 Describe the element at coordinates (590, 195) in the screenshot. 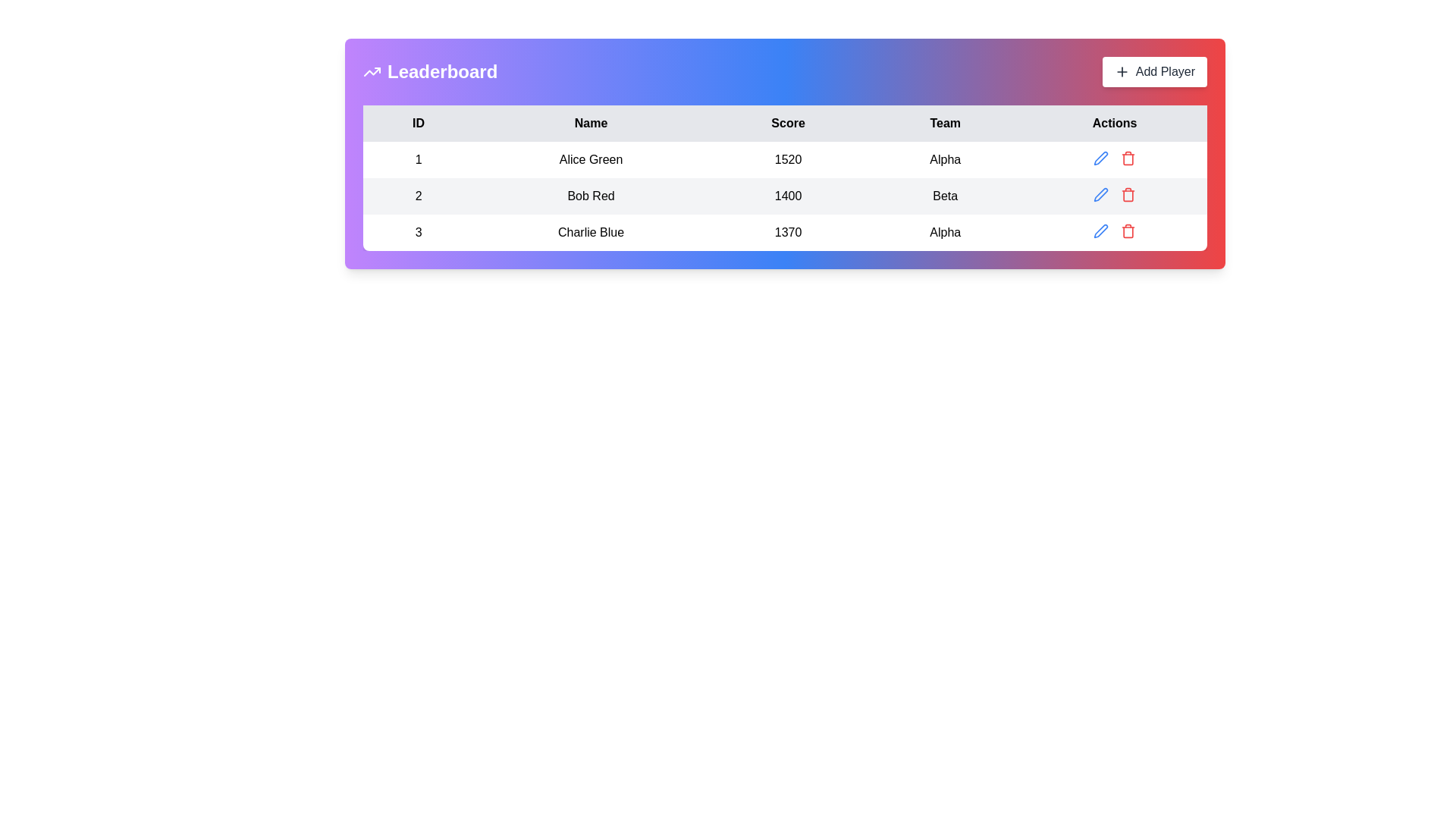

I see `the text label displaying 'Bob Red' in bold font, located in the second column of the row with ID '2' under the 'Name' header in the leaderboard table` at that location.